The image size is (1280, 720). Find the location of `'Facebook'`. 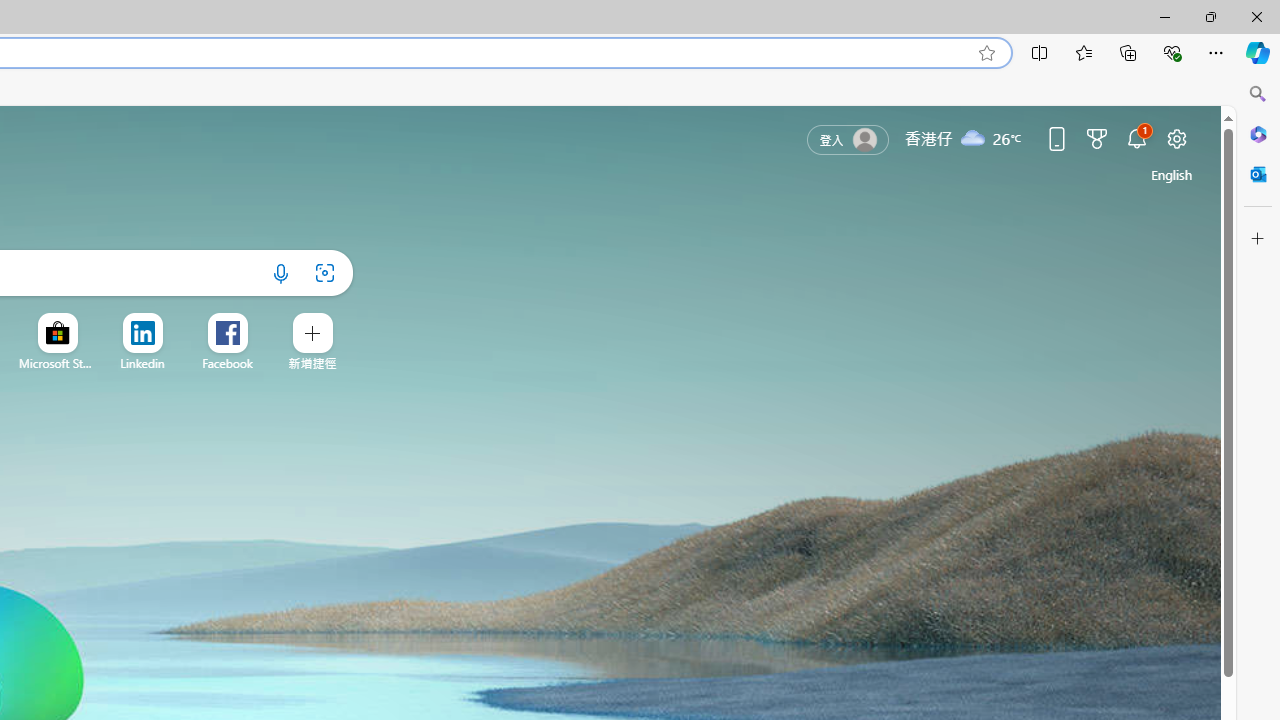

'Facebook' is located at coordinates (227, 363).